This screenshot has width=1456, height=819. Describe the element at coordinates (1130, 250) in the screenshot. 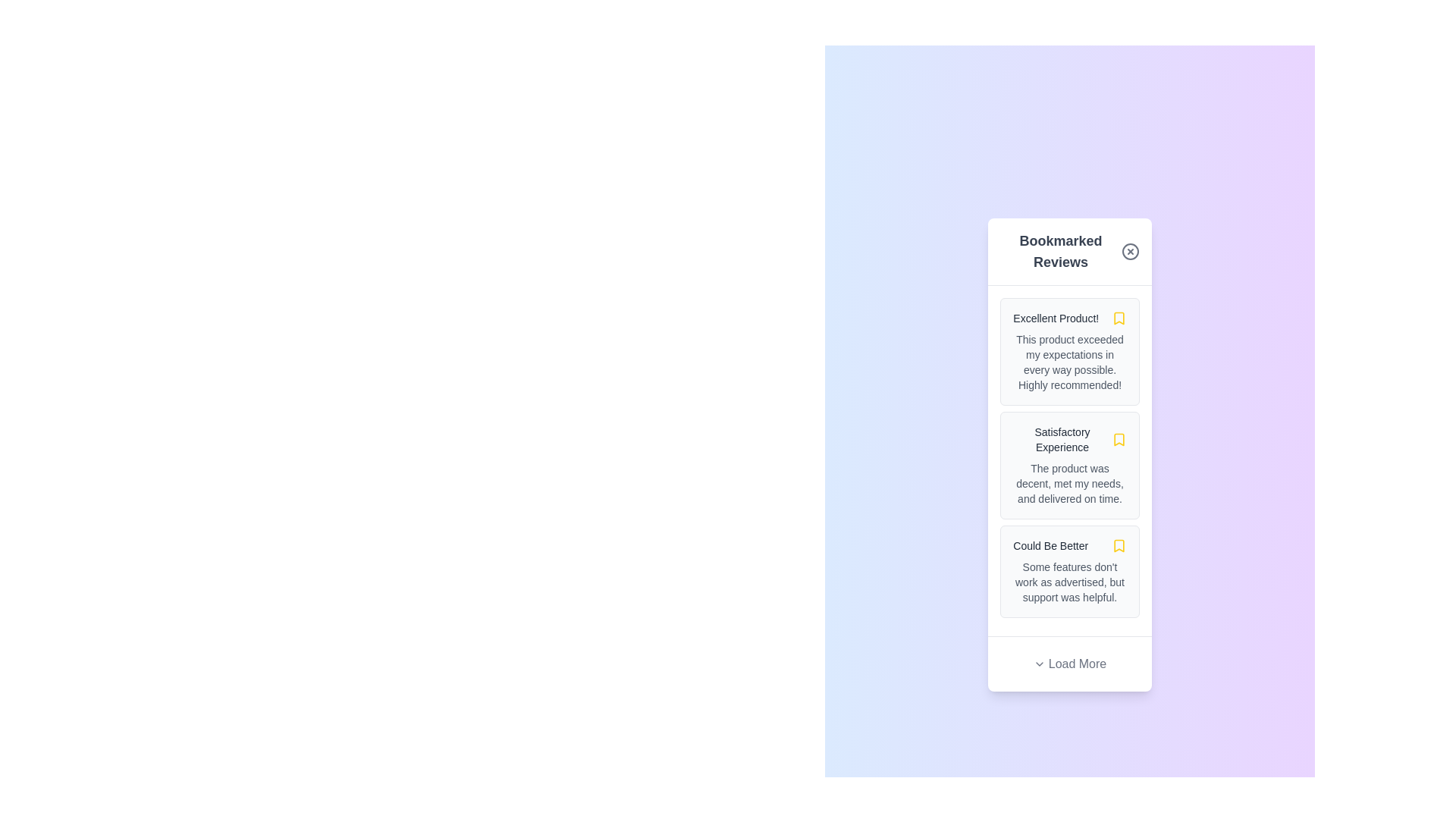

I see `the close button to hide the dialog` at that location.